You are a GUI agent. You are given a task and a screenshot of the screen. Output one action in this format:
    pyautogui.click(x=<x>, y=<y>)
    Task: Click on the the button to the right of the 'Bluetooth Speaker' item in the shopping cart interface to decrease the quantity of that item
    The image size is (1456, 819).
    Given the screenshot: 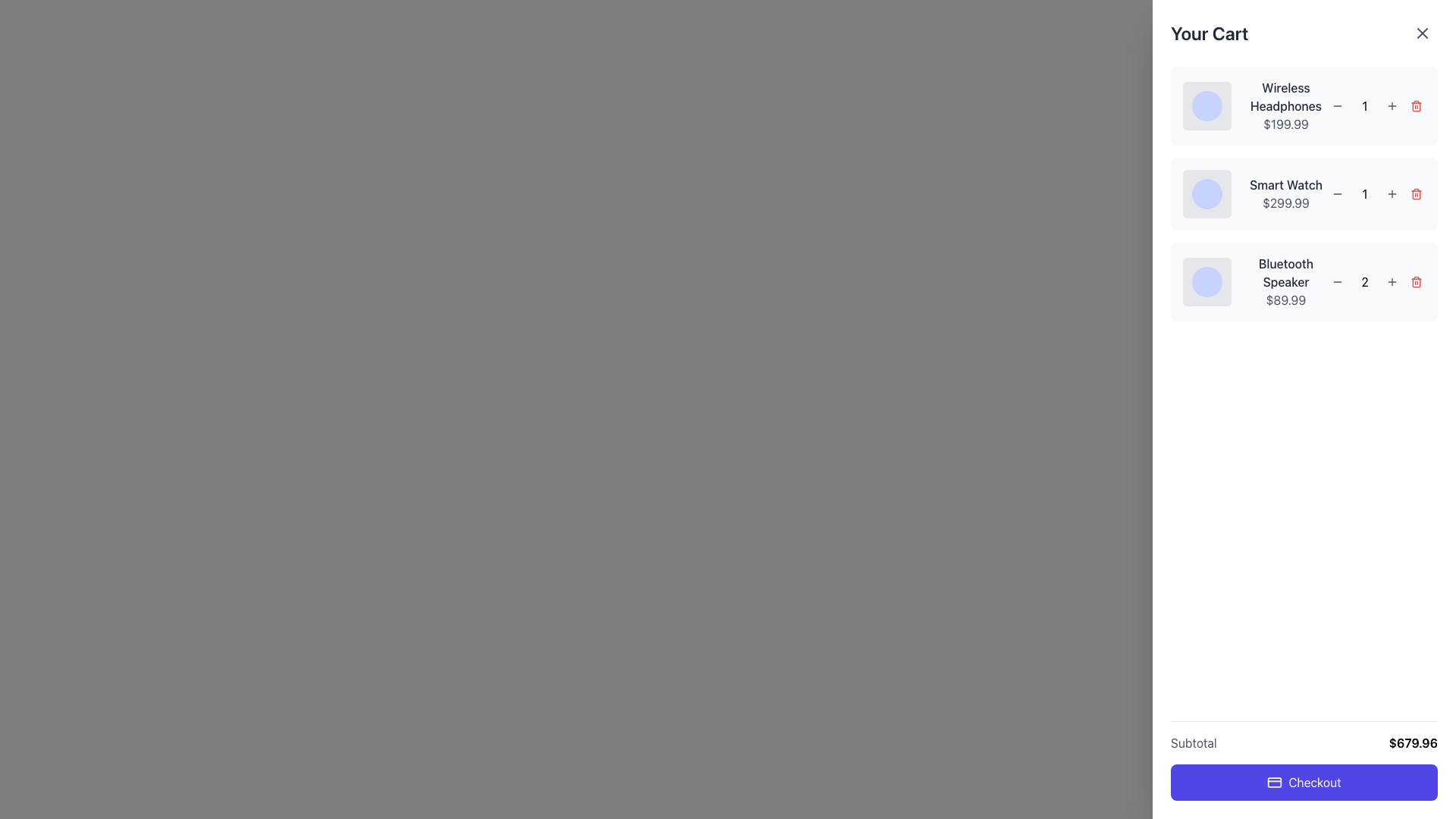 What is the action you would take?
    pyautogui.click(x=1337, y=281)
    